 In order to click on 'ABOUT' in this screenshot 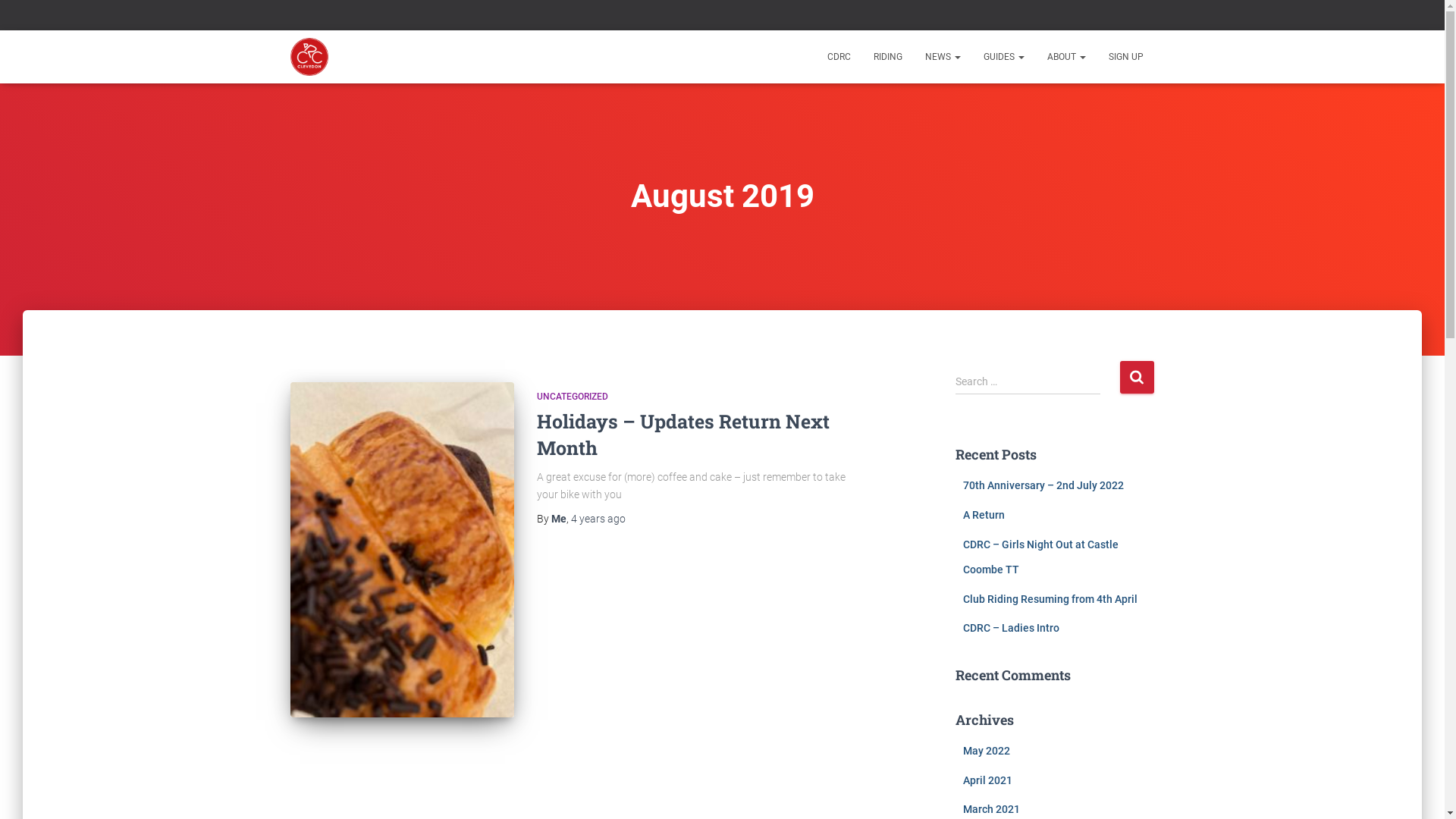, I will do `click(1035, 55)`.